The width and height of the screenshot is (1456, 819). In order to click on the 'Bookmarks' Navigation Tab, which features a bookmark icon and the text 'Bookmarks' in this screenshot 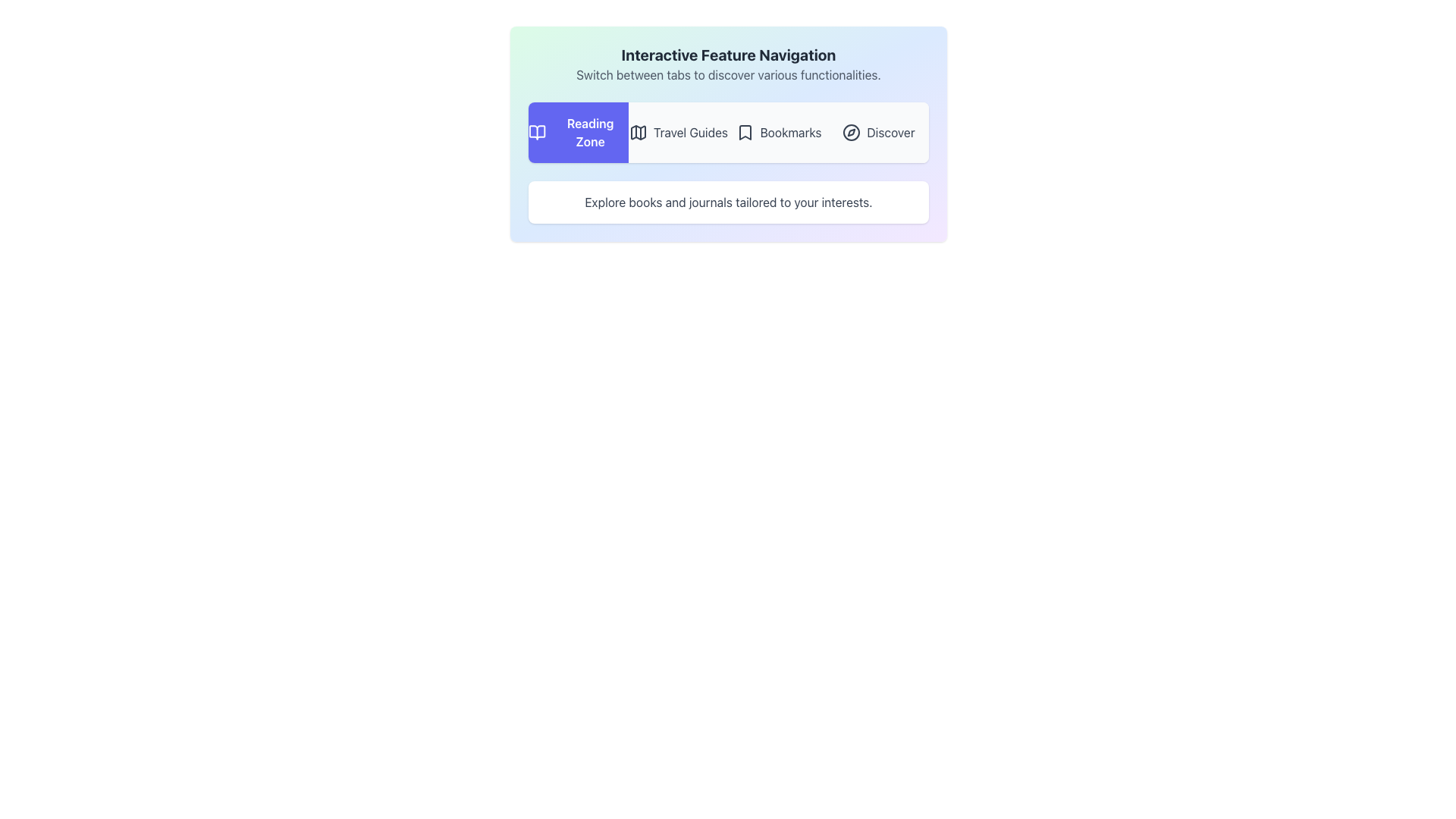, I will do `click(779, 131)`.